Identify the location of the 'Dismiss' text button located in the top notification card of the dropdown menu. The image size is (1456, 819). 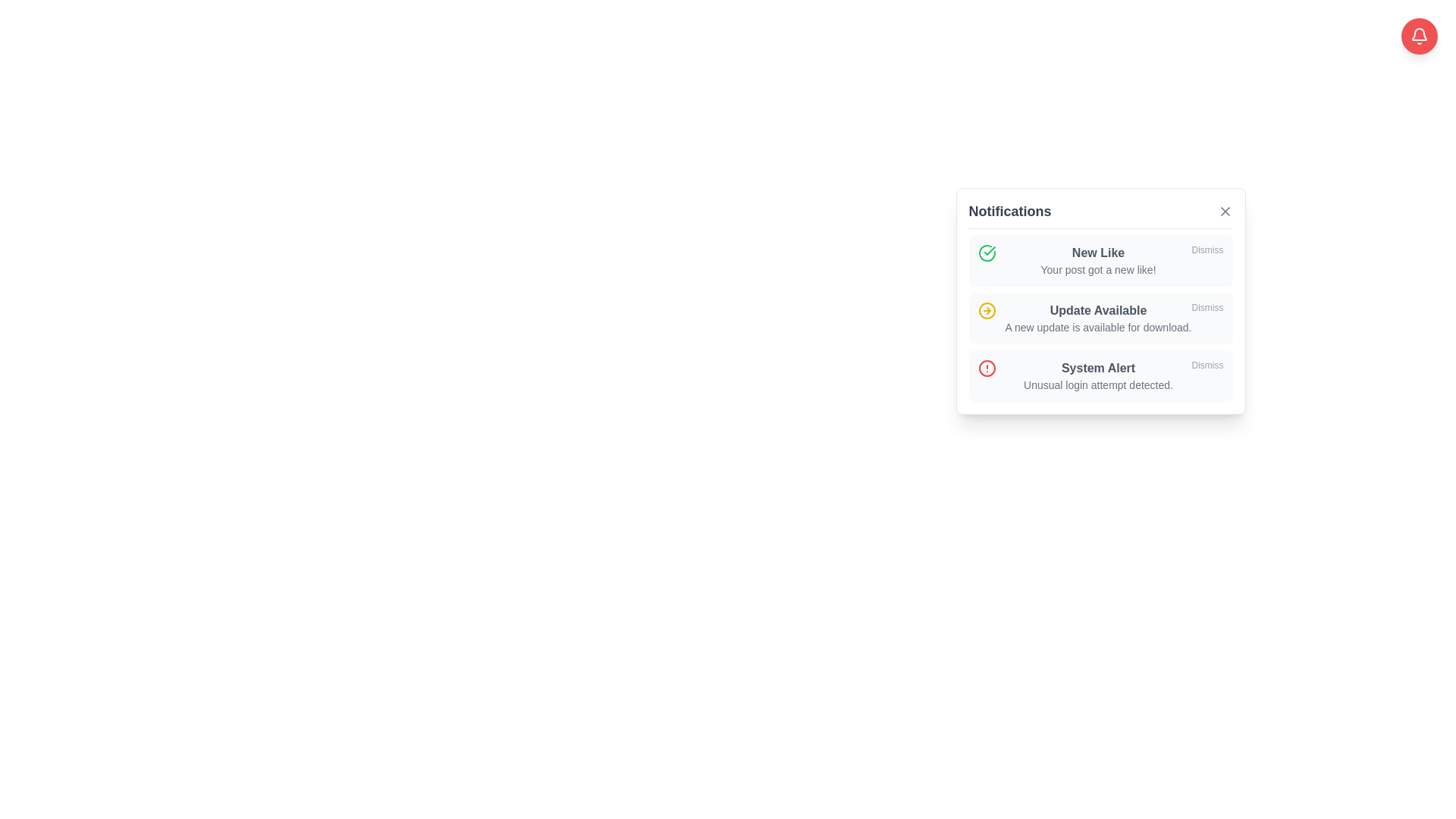
(1207, 249).